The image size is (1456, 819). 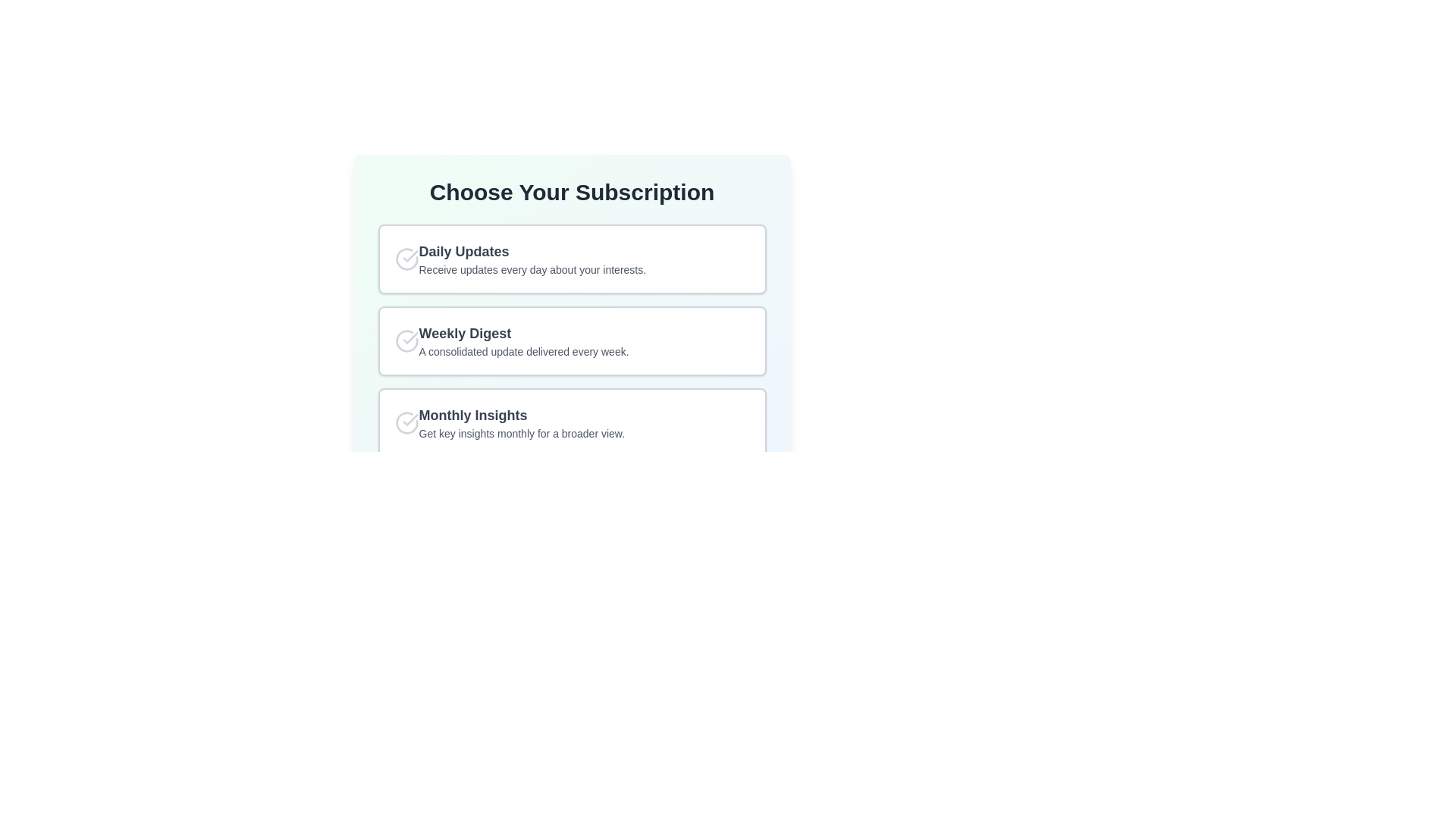 What do you see at coordinates (406, 423) in the screenshot?
I see `the Indicator Icon that visually indicates the selection of the 'Monthly Insights' subscription option, located to the left of the text 'Monthly Insights'` at bounding box center [406, 423].